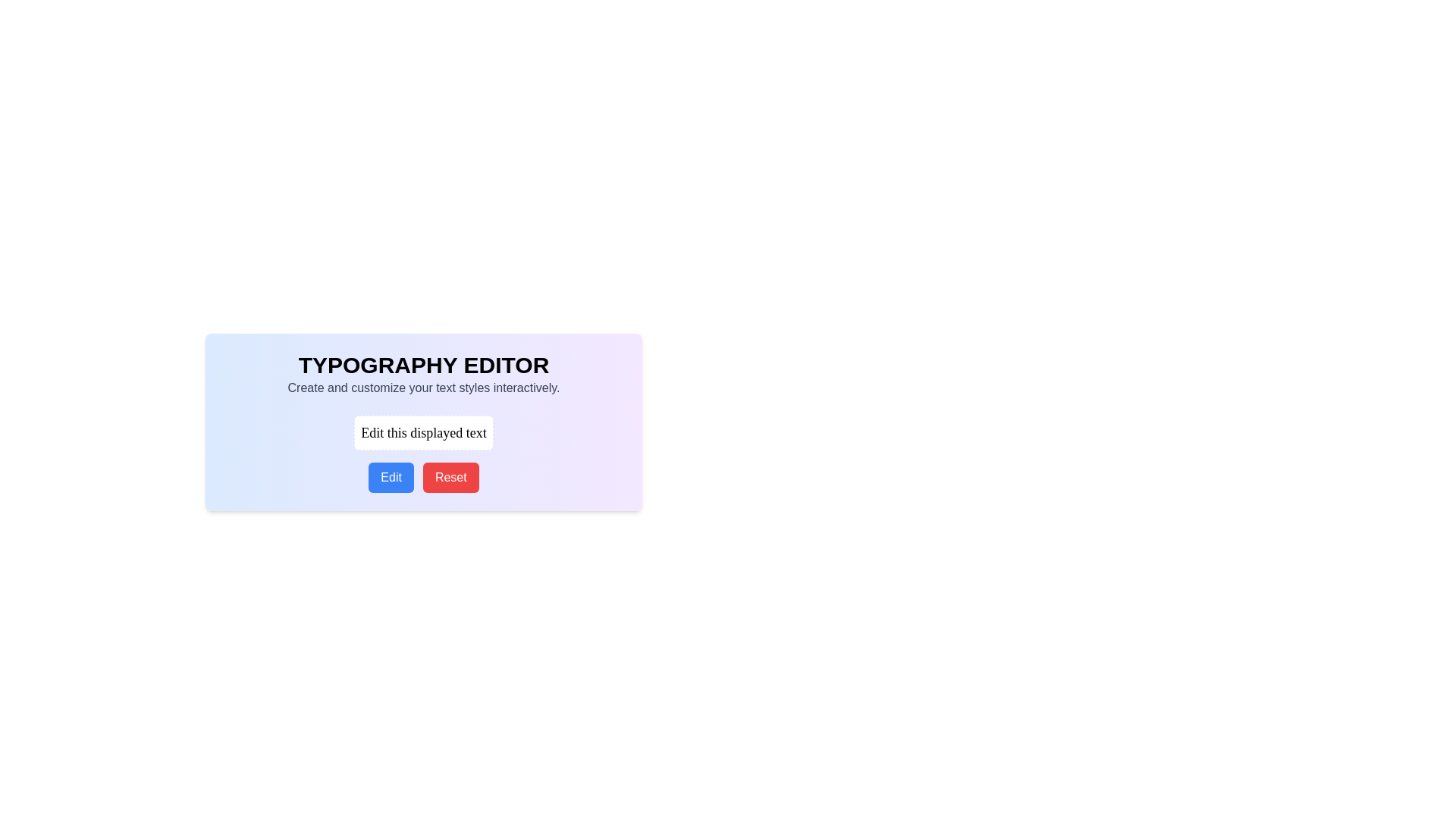 Image resolution: width=1456 pixels, height=819 pixels. I want to click on the header and subtitle element which provides the title and description for editing typography styles, if it contains a link, so click(423, 374).